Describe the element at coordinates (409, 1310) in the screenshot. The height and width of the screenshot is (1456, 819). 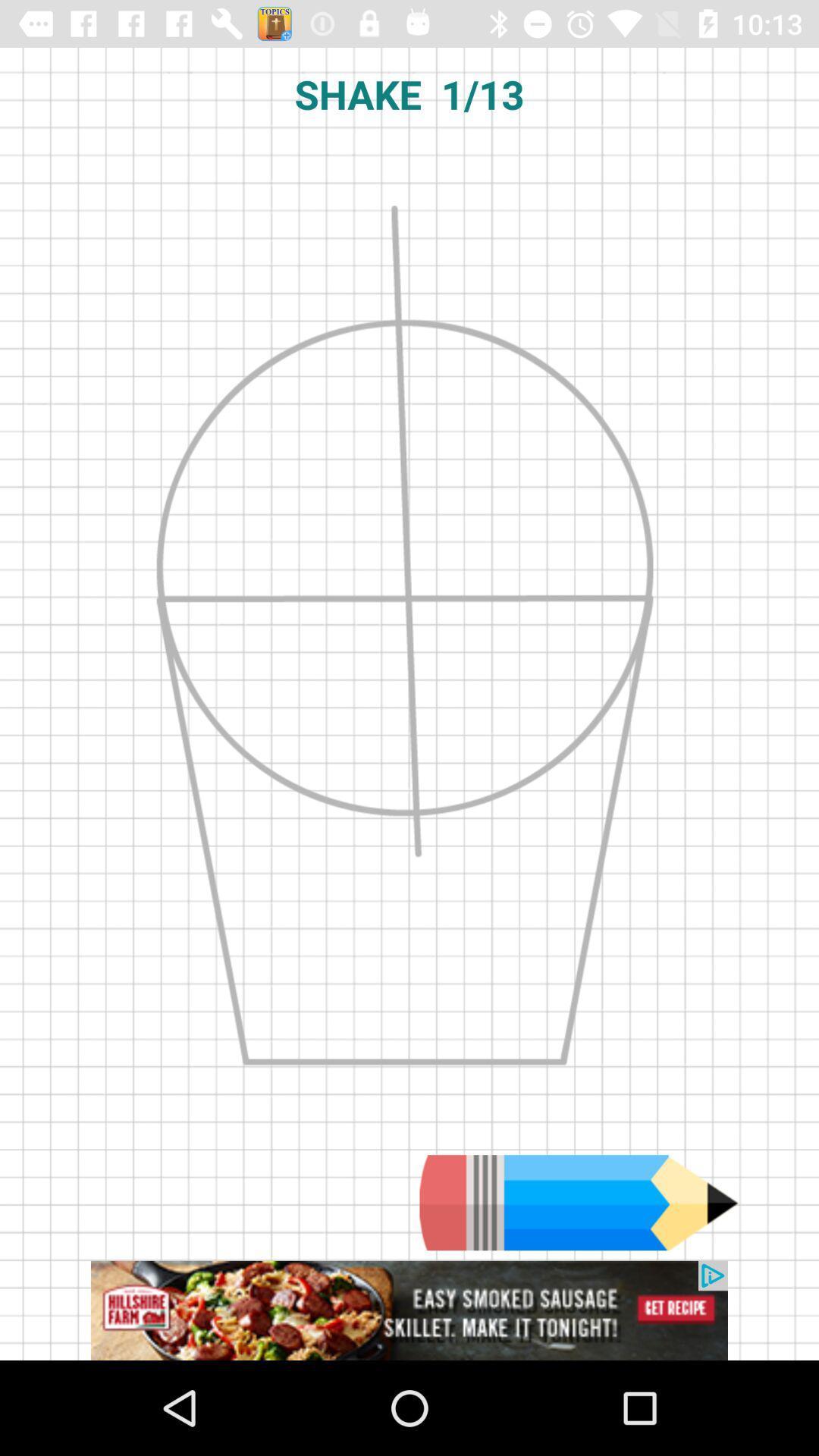
I see `advertisement` at that location.